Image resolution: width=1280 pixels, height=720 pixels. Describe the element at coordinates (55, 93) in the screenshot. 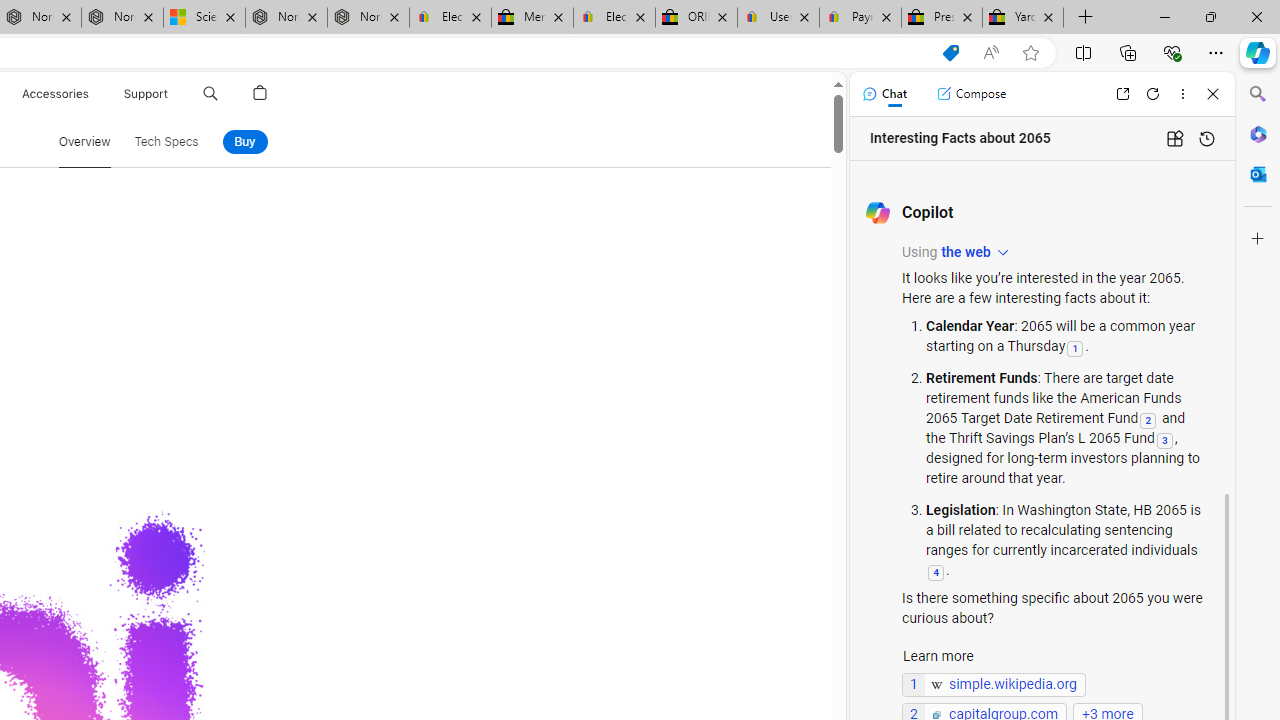

I see `'Accessories'` at that location.